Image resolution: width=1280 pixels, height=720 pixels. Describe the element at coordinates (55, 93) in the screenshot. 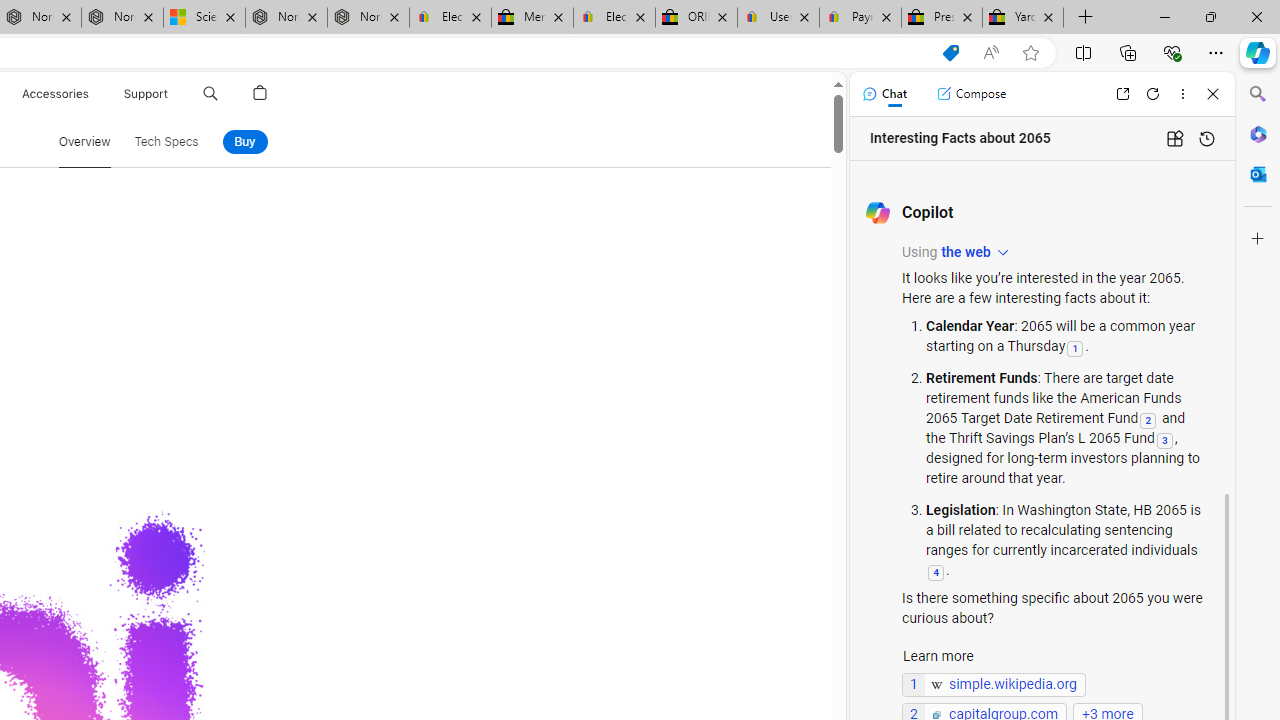

I see `'Accessories'` at that location.